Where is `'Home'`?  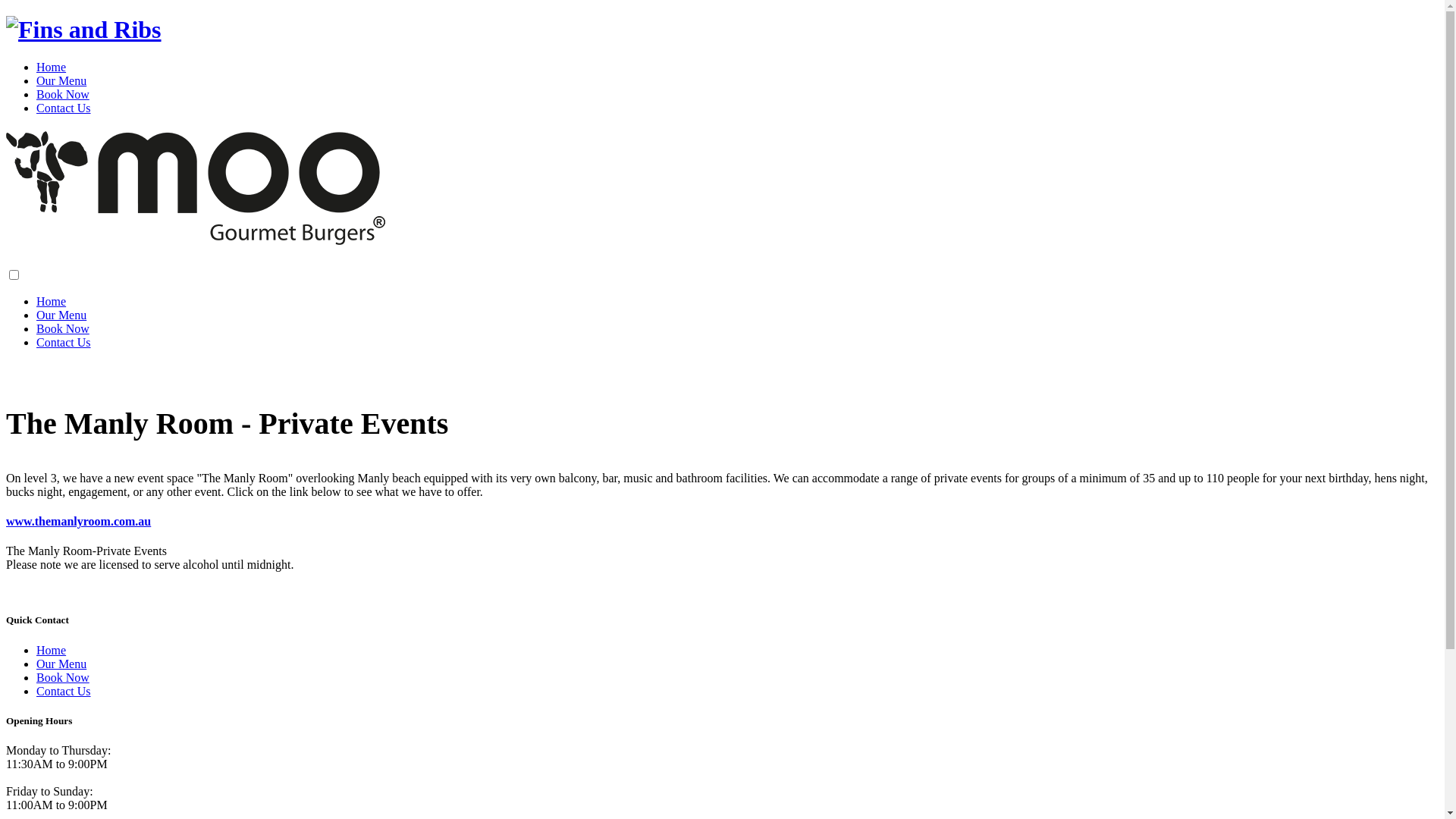 'Home' is located at coordinates (51, 66).